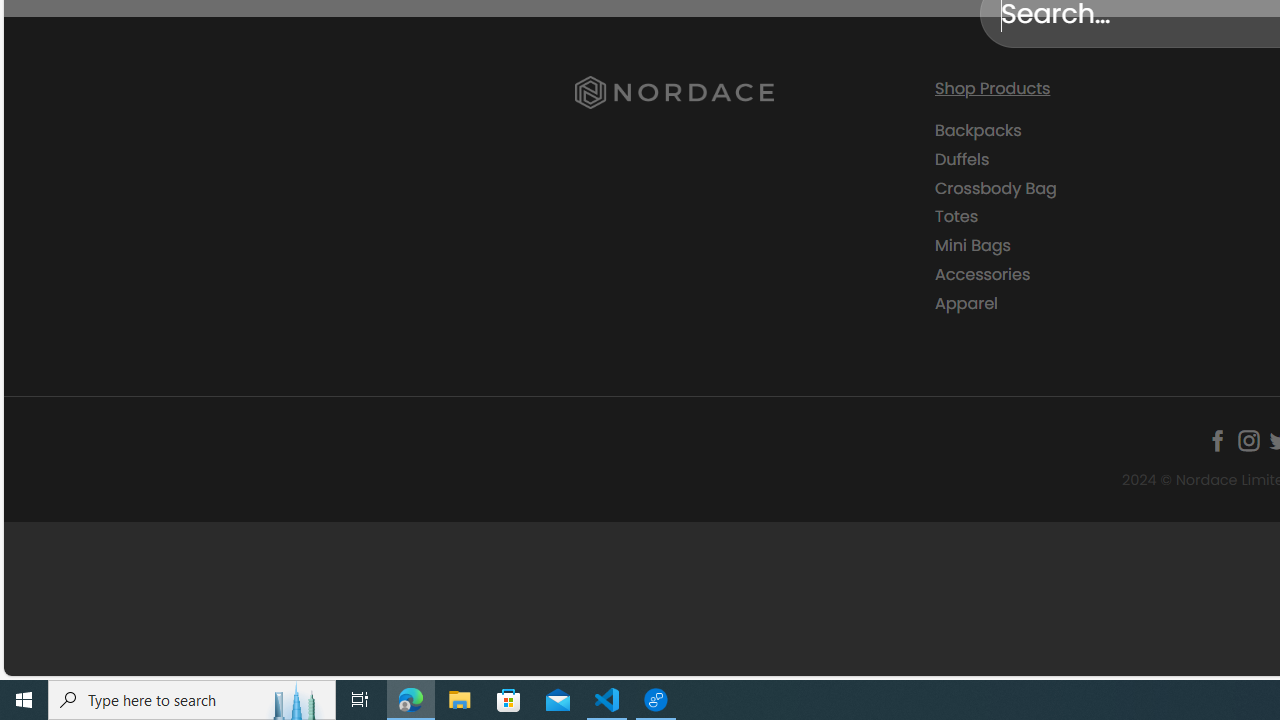 The image size is (1280, 720). I want to click on 'Follow on Instagram', so click(1247, 440).